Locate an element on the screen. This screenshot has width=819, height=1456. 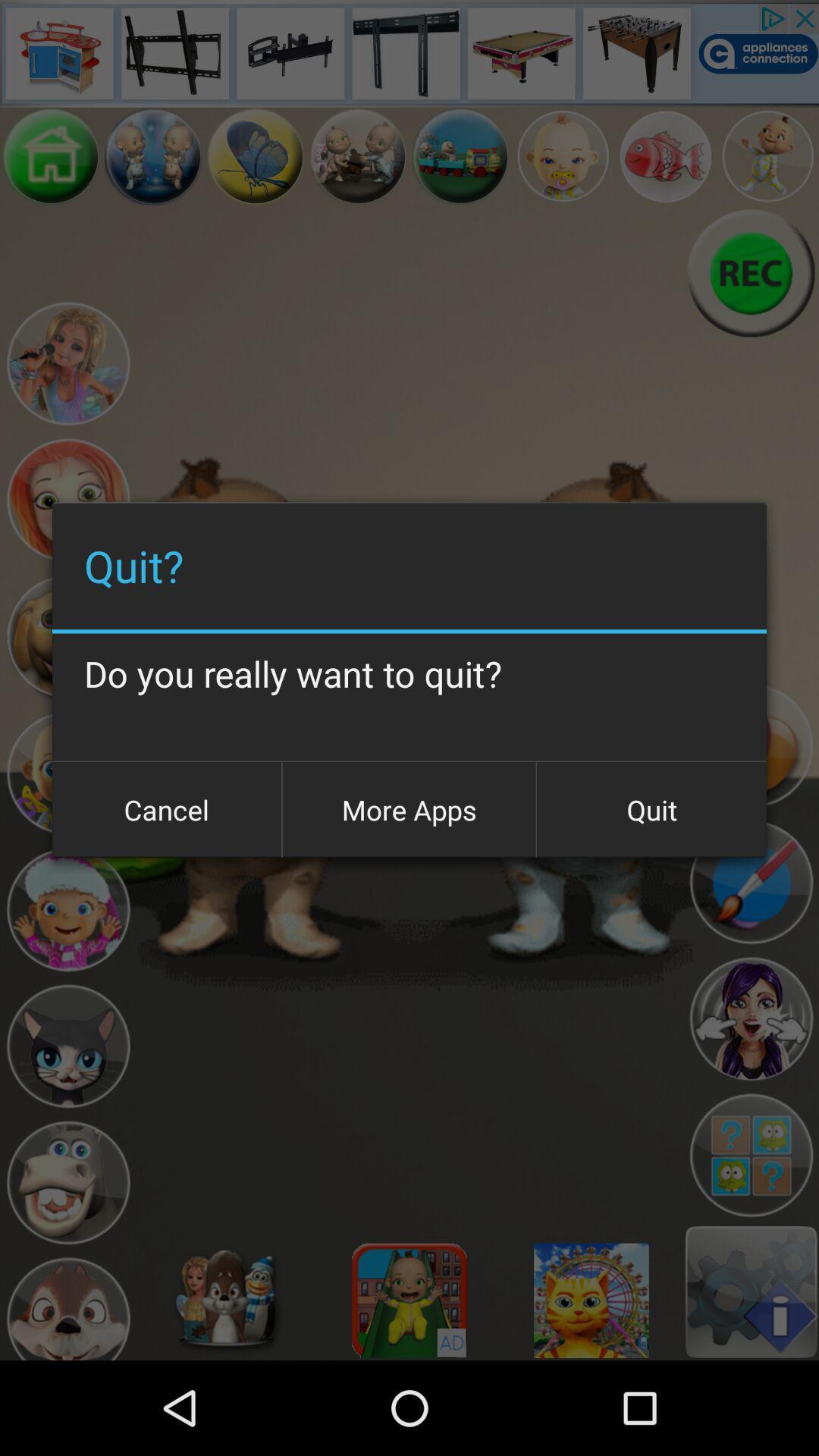
game is located at coordinates (67, 364).